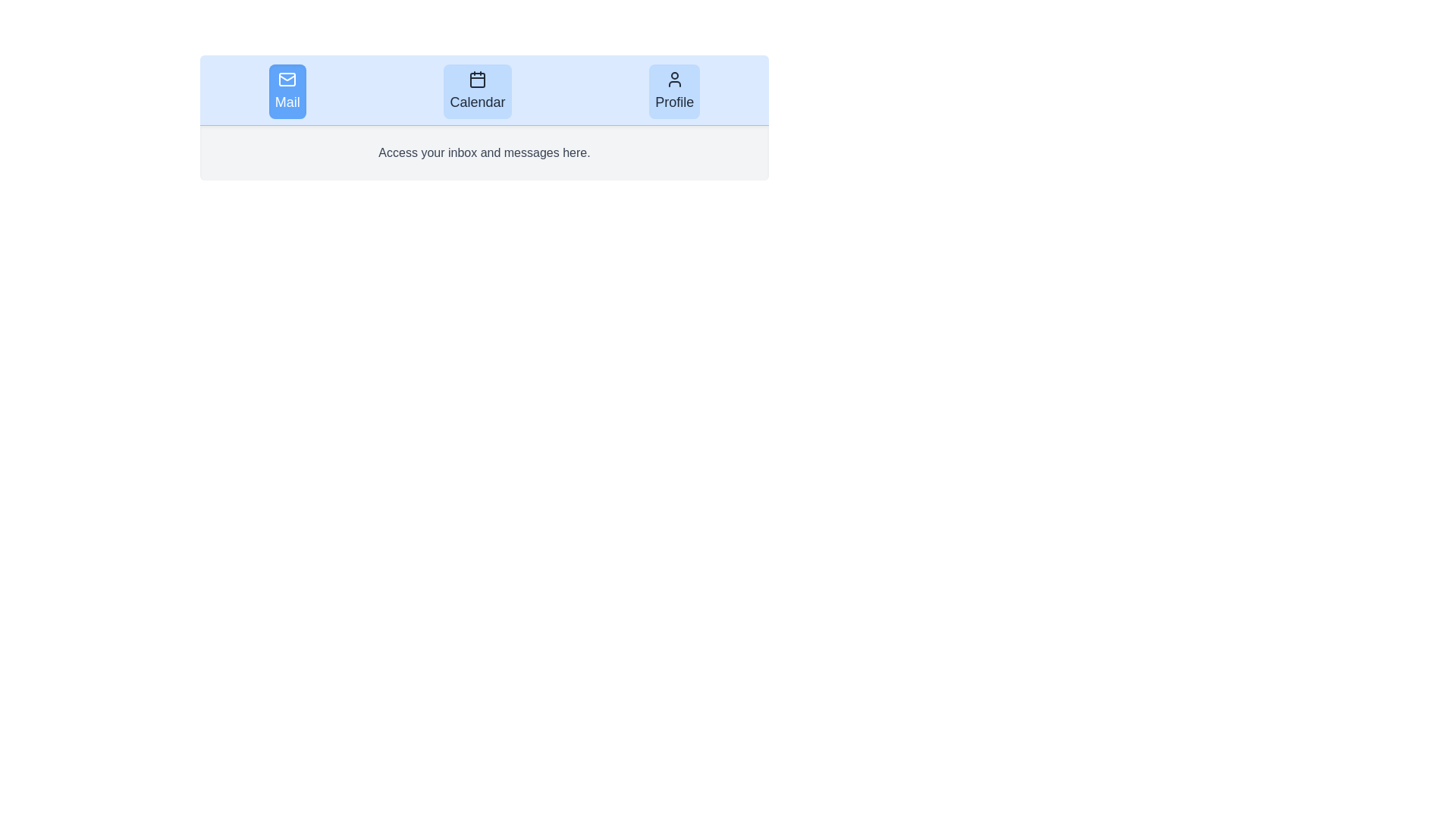 The height and width of the screenshot is (819, 1456). What do you see at coordinates (287, 91) in the screenshot?
I see `the Mail tab to view its content` at bounding box center [287, 91].